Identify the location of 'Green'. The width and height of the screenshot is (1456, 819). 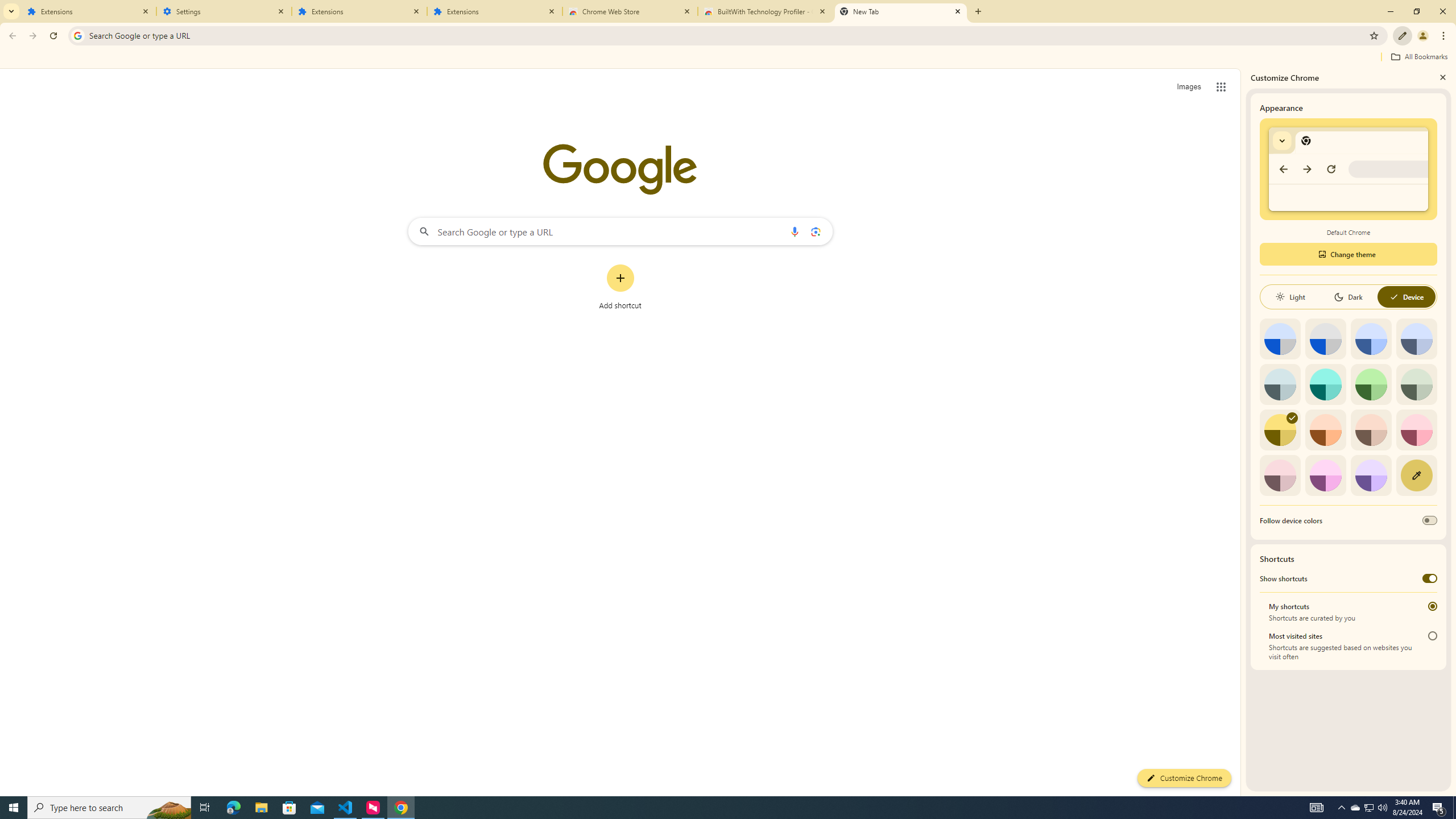
(1371, 383).